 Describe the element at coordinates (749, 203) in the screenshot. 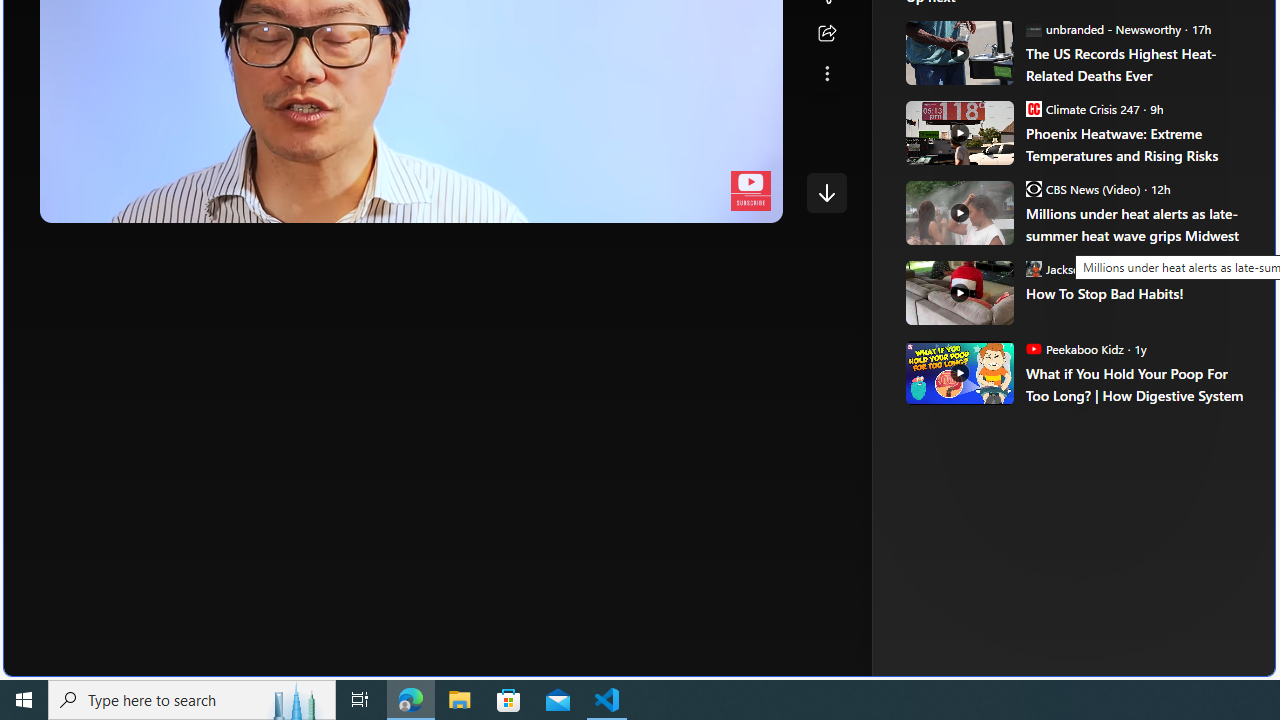

I see `'Full screen (f)'` at that location.